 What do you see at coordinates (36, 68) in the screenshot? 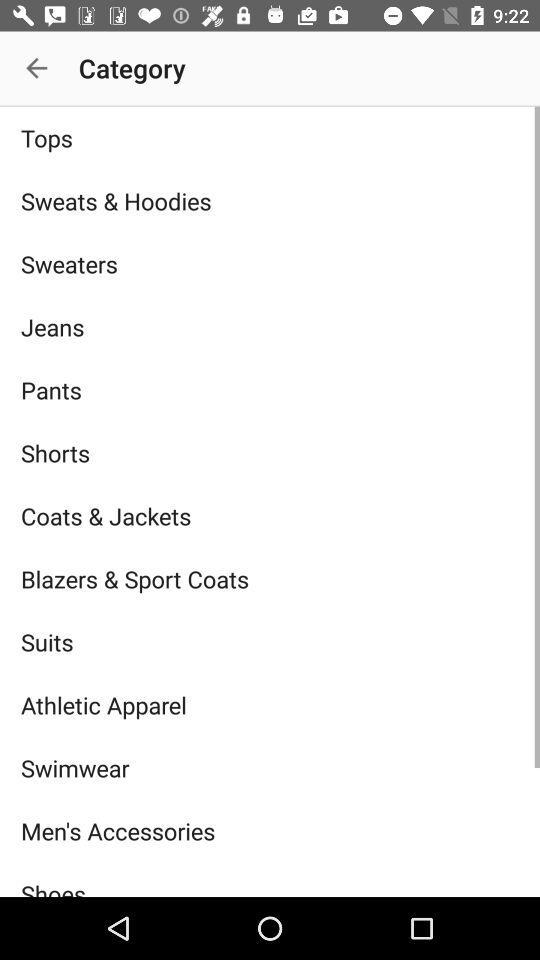
I see `icon next to the category app` at bounding box center [36, 68].